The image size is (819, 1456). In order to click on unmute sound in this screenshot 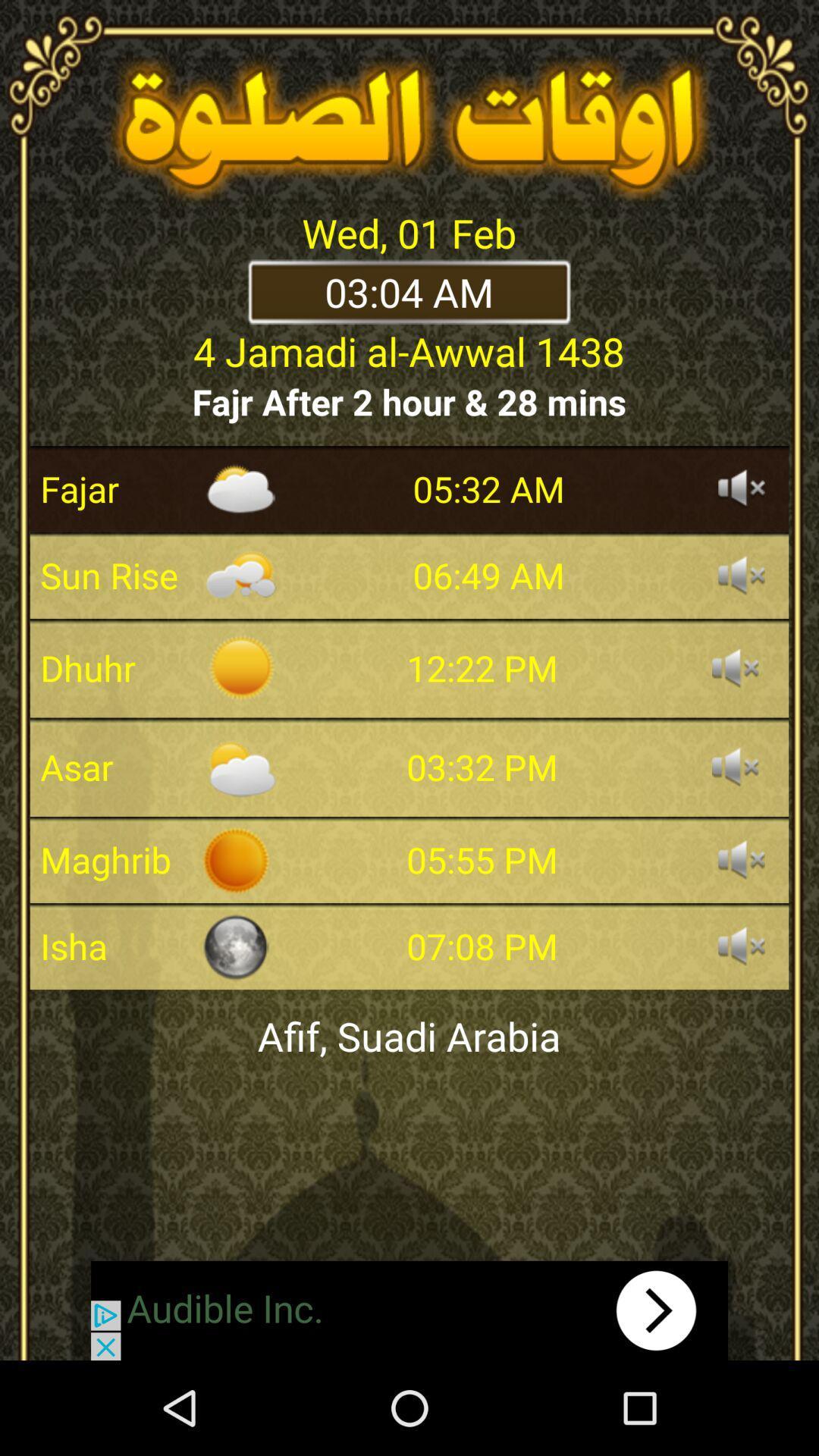, I will do `click(734, 667)`.